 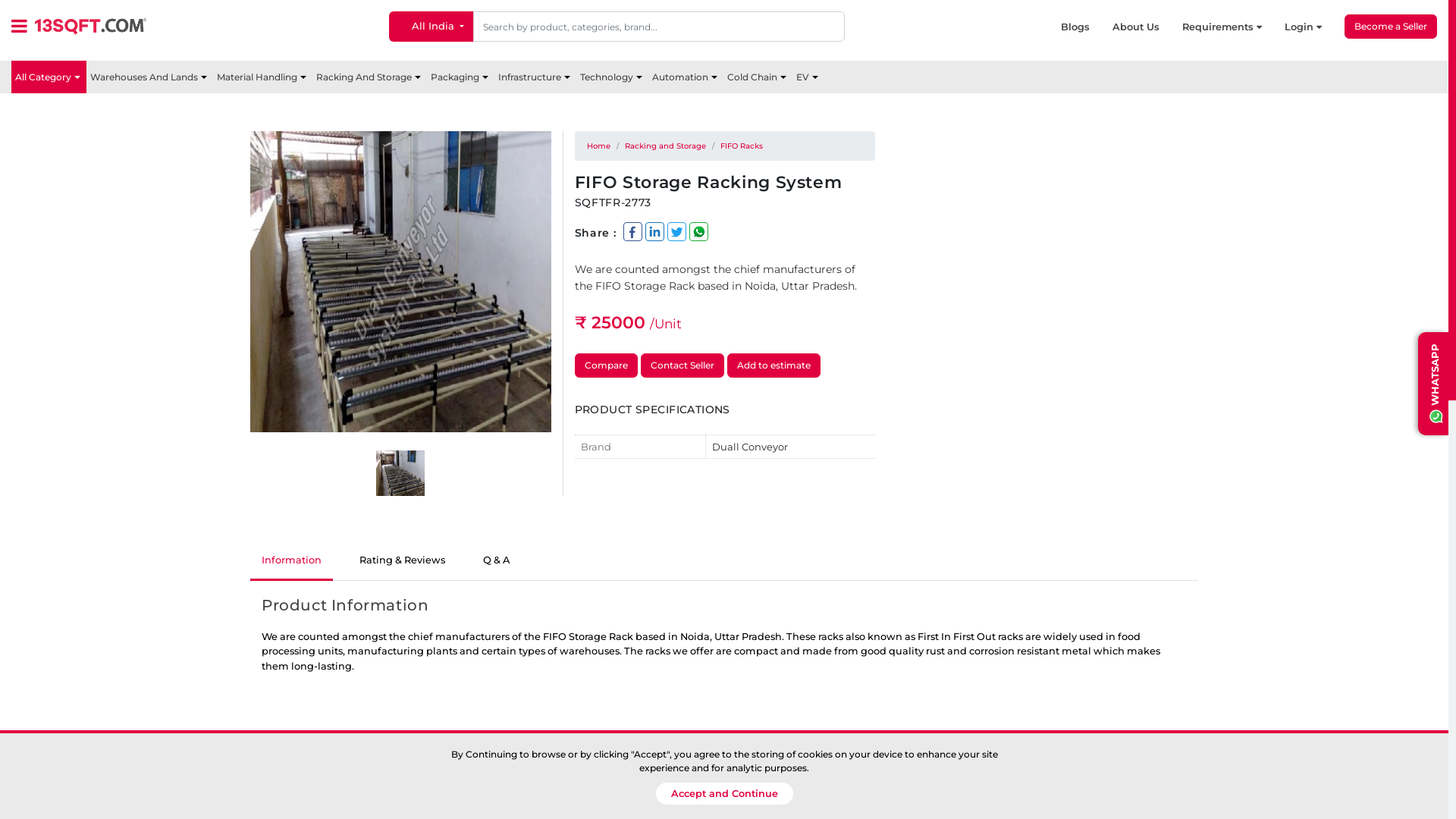 What do you see at coordinates (685, 77) in the screenshot?
I see `'Automation'` at bounding box center [685, 77].